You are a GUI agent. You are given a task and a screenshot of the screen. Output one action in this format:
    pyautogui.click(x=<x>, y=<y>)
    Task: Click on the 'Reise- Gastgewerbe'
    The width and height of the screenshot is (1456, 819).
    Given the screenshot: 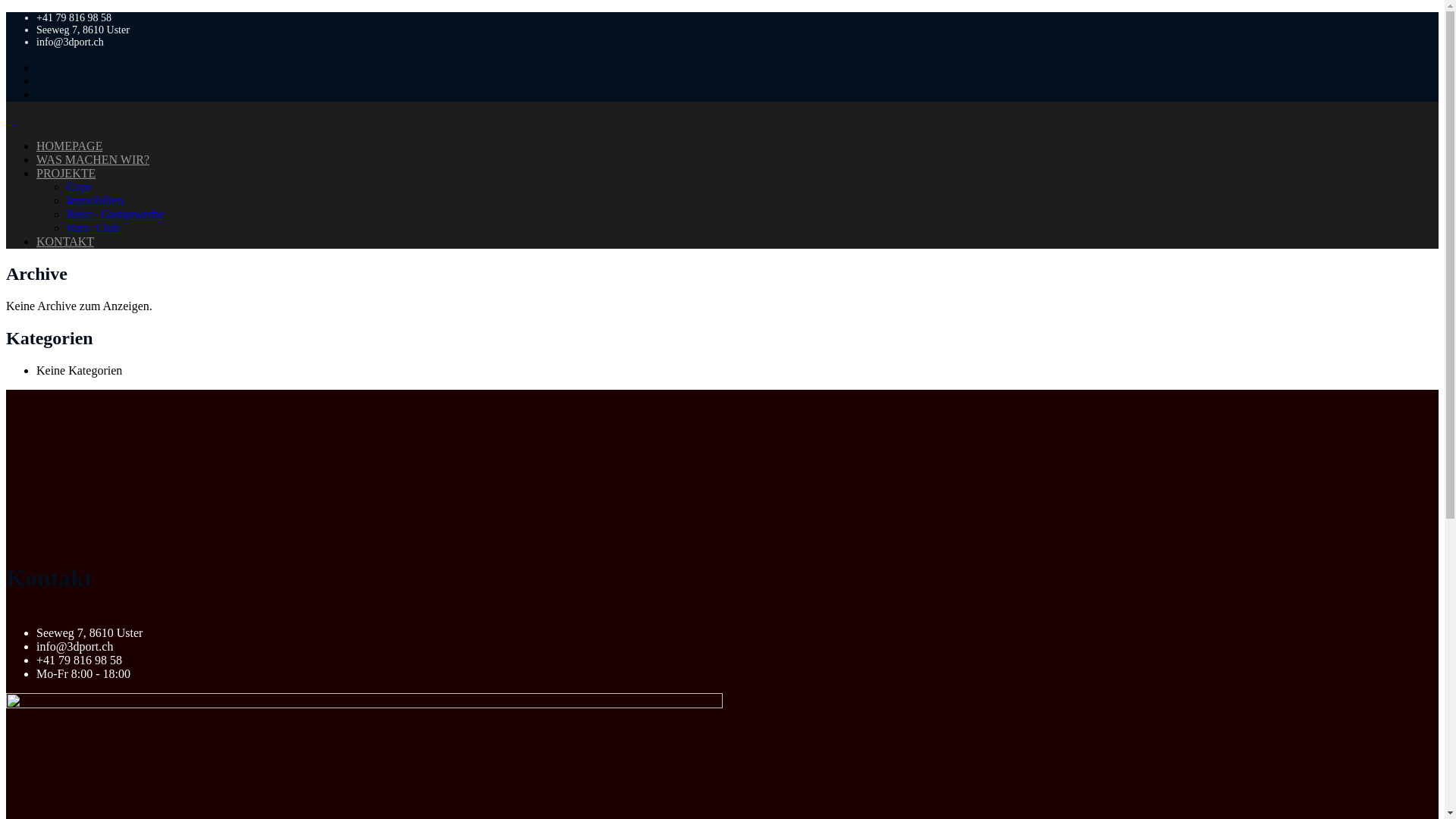 What is the action you would take?
    pyautogui.click(x=115, y=214)
    